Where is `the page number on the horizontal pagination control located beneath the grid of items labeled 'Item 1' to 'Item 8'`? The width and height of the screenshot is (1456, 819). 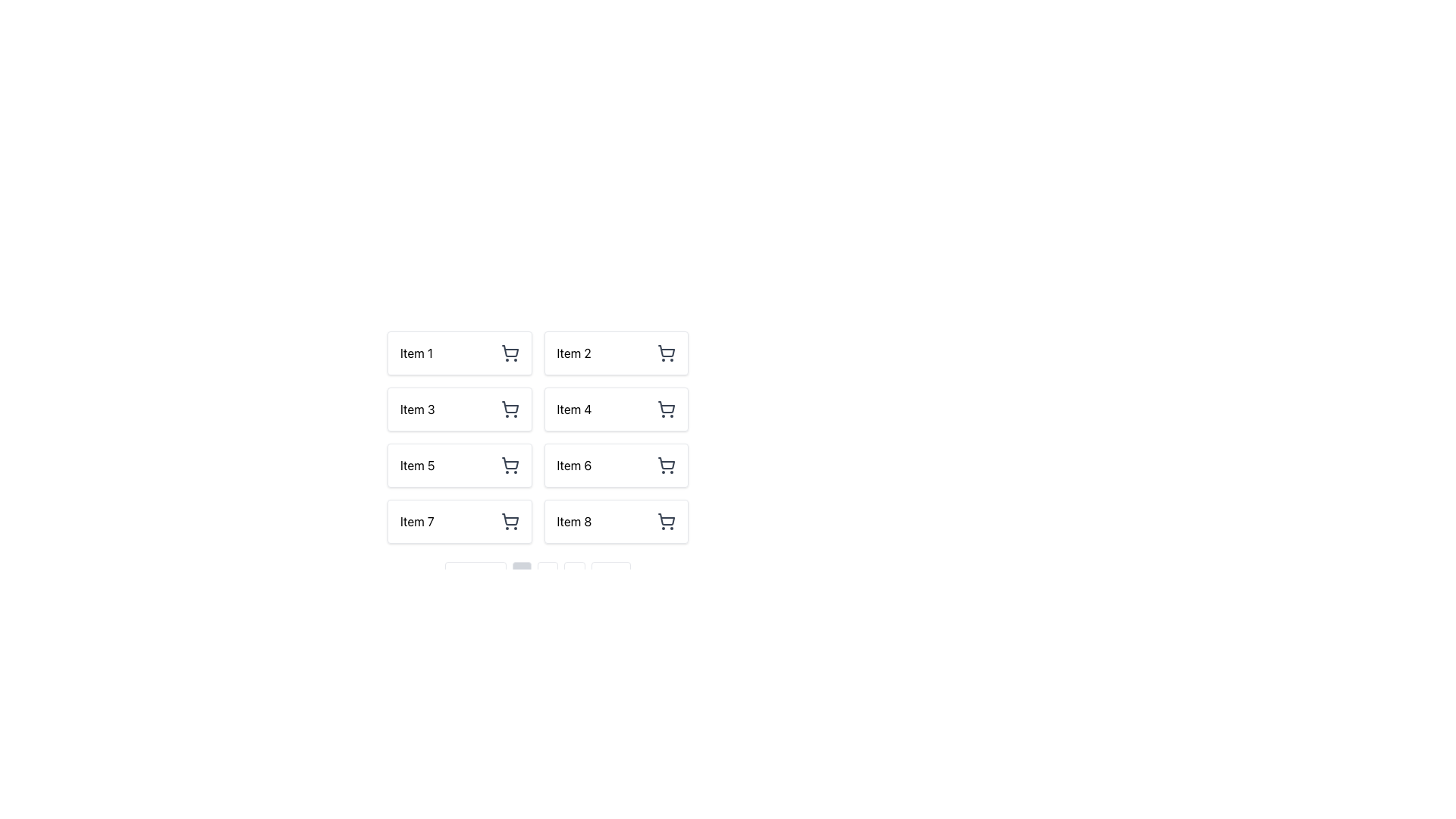
the page number on the horizontal pagination control located beneath the grid of items labeled 'Item 1' to 'Item 8' is located at coordinates (538, 578).